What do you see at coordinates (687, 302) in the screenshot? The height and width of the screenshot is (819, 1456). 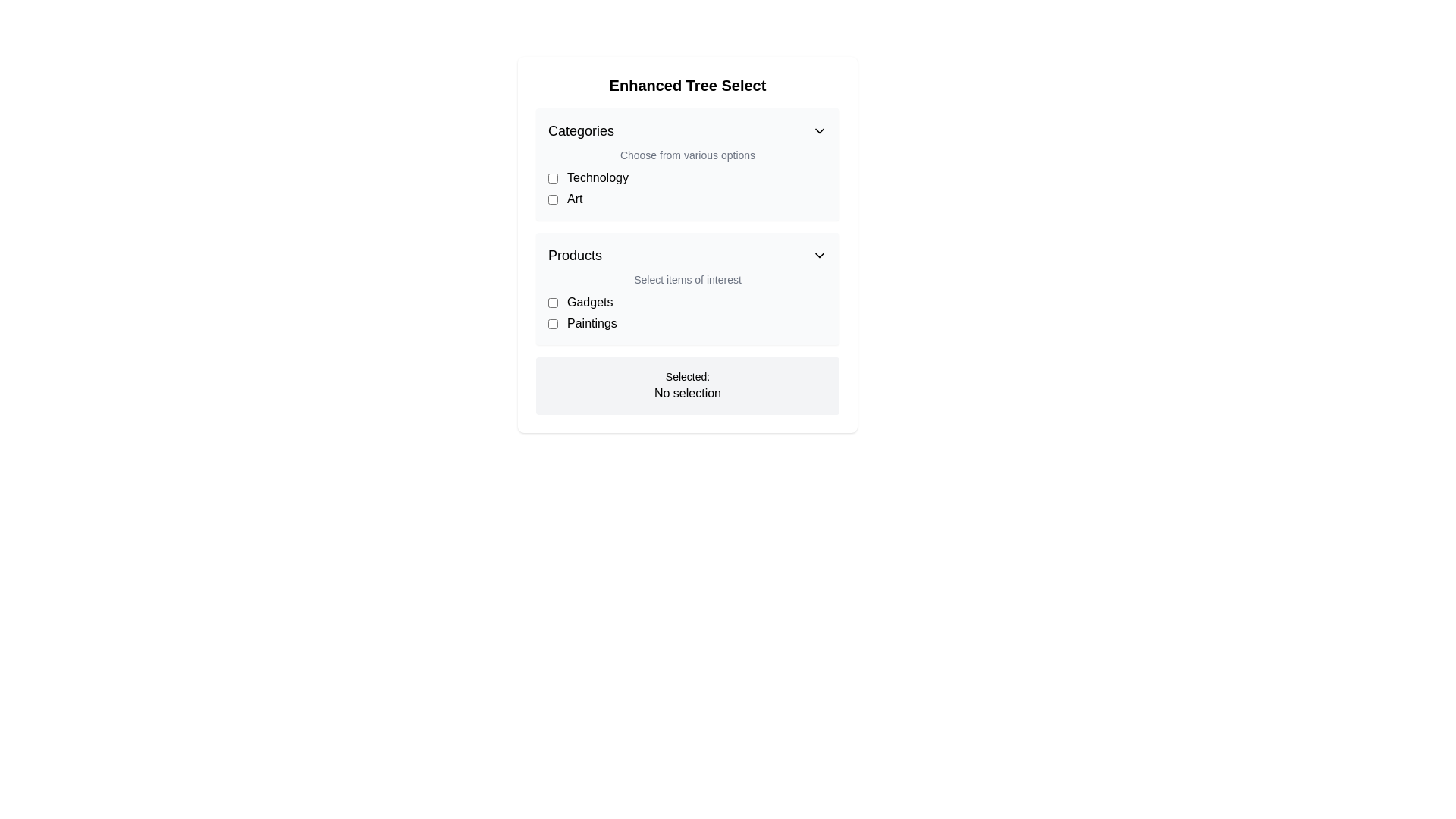 I see `the checkbox labeled 'Gadgets'` at bounding box center [687, 302].